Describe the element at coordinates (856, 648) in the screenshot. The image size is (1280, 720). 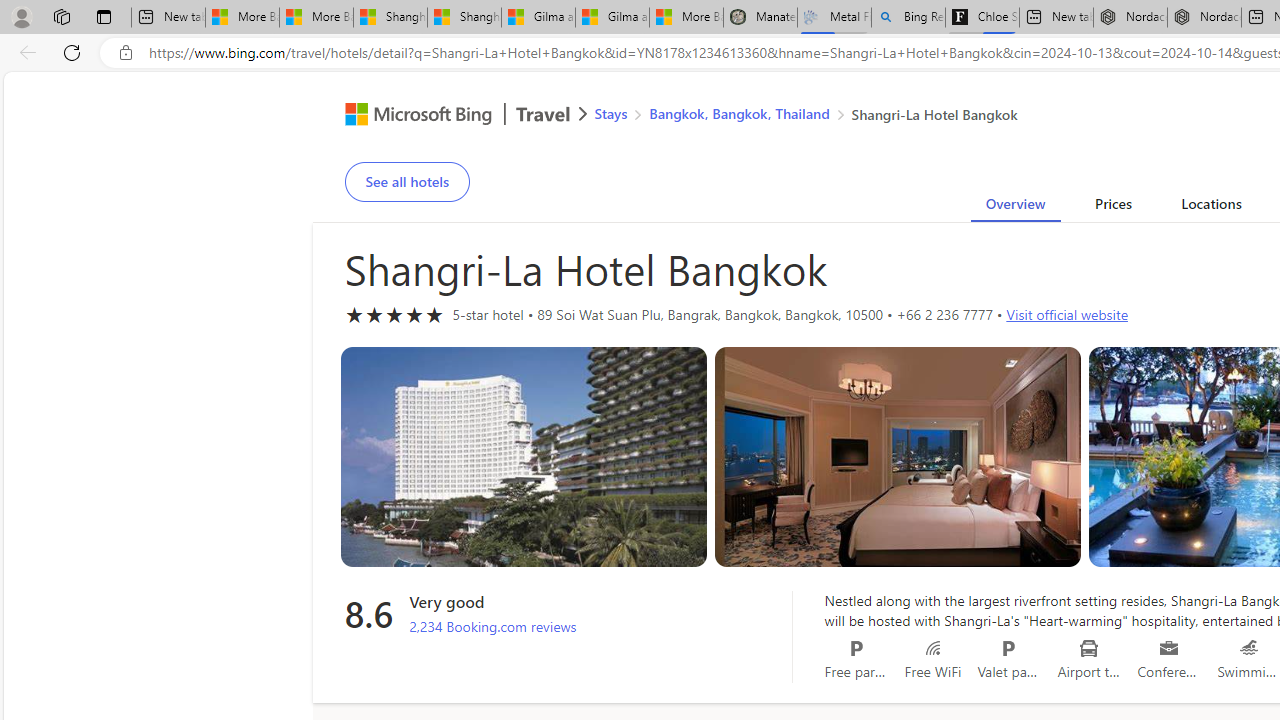
I see `'Free parking'` at that location.